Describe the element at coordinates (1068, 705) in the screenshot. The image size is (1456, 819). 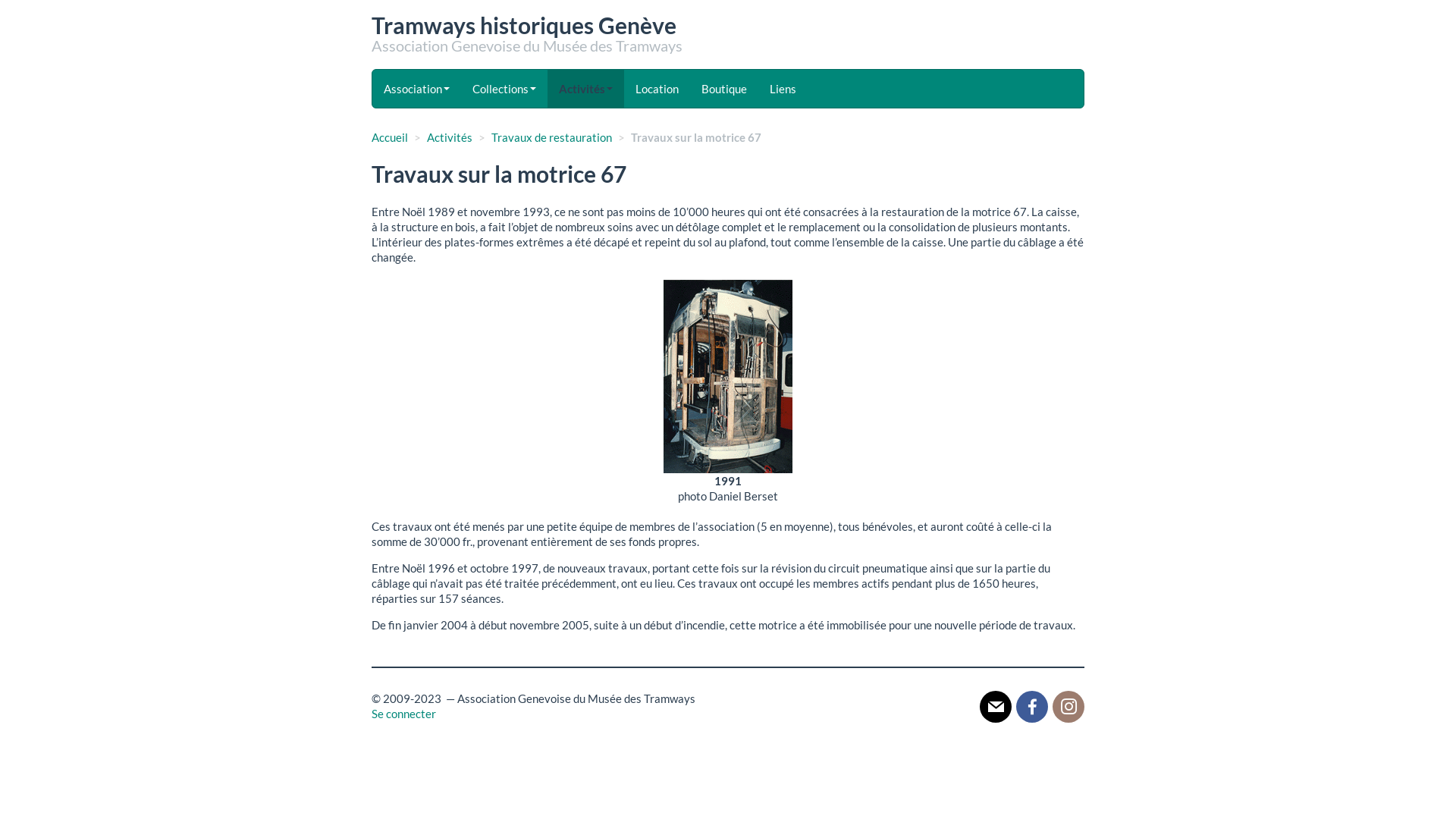
I see `'Instagram'` at that location.